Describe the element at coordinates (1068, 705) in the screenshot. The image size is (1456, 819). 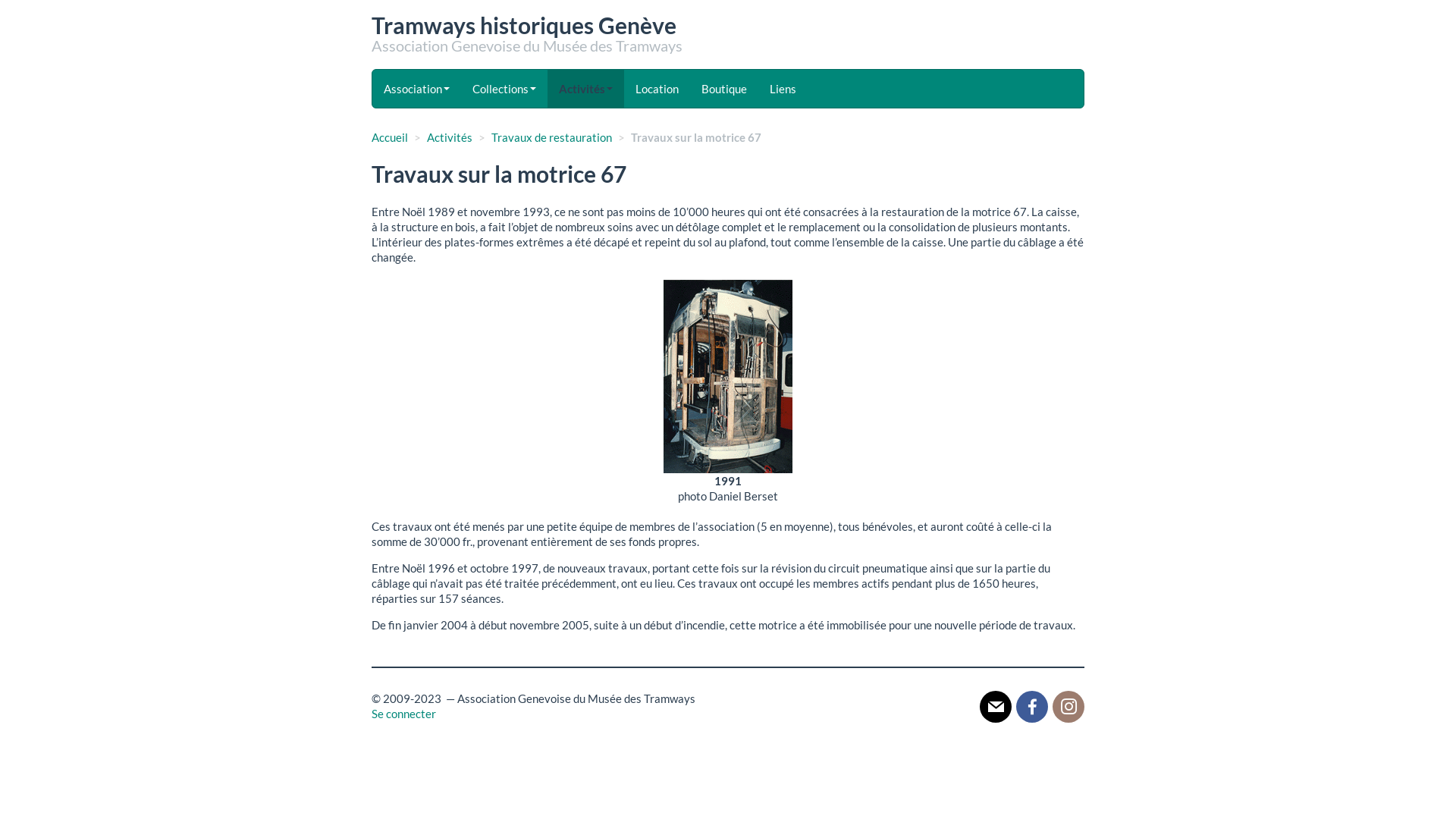
I see `'Instagram'` at that location.